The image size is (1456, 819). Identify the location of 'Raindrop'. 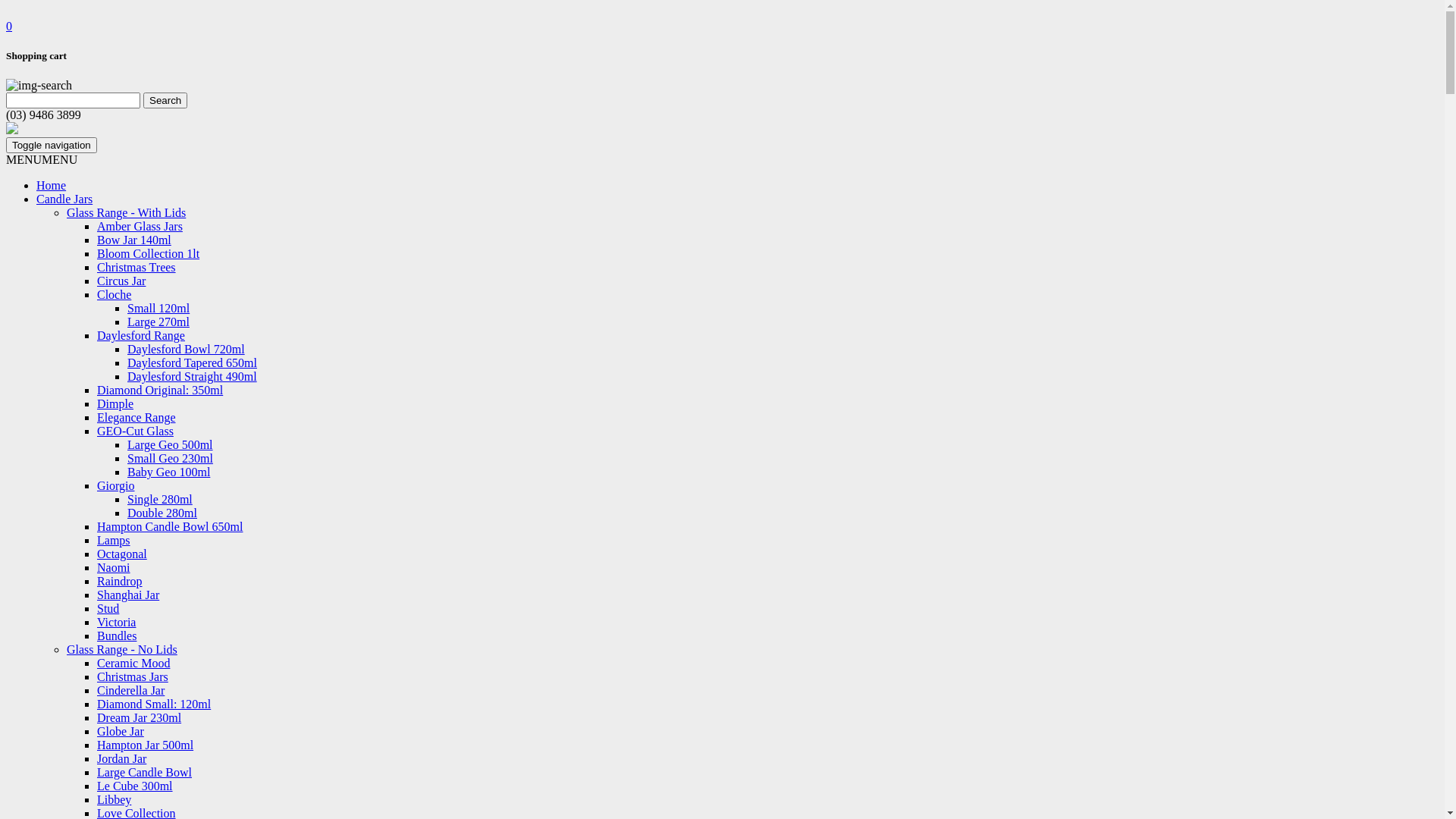
(119, 580).